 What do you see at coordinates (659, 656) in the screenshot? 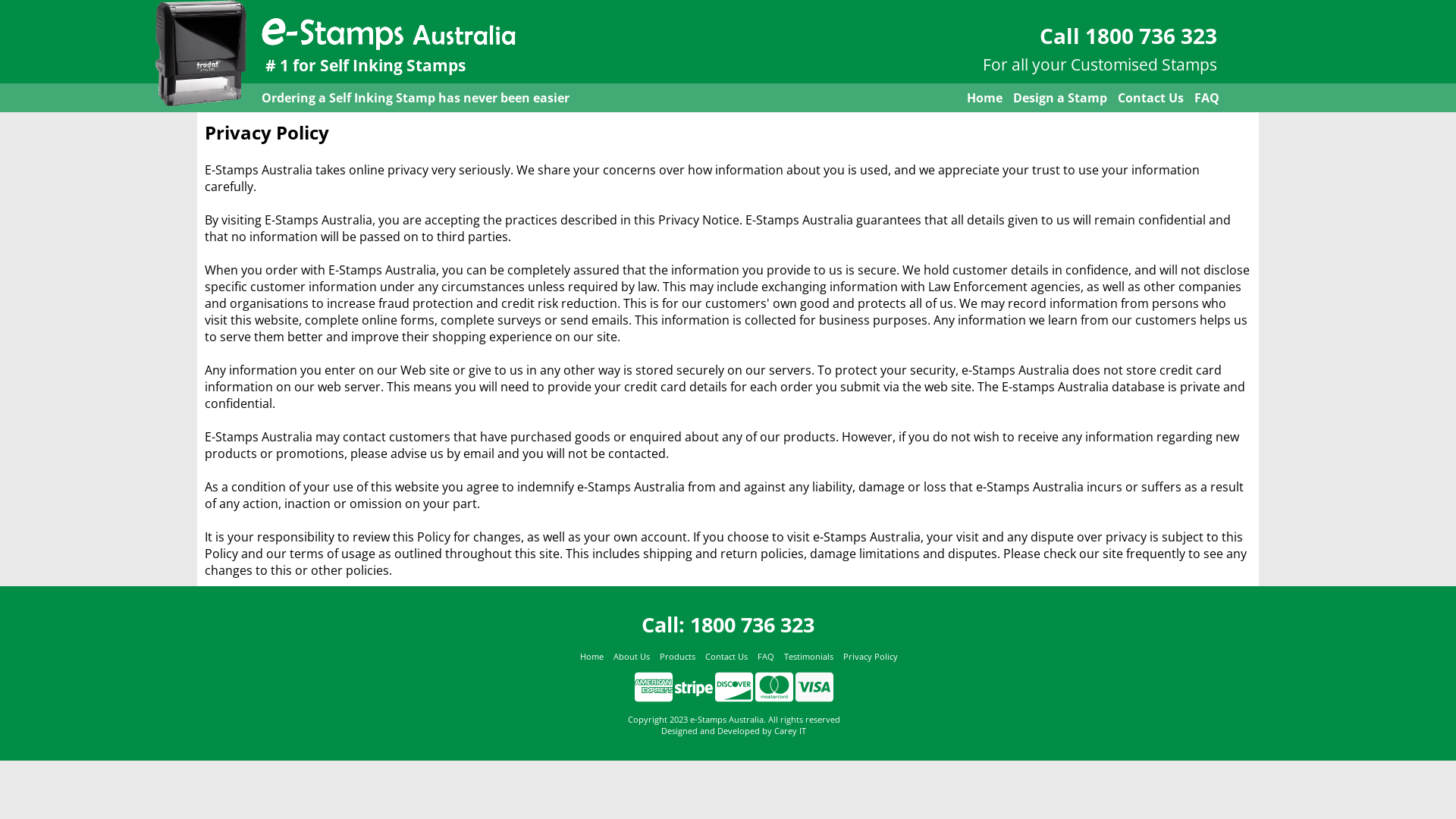
I see `'Products'` at bounding box center [659, 656].